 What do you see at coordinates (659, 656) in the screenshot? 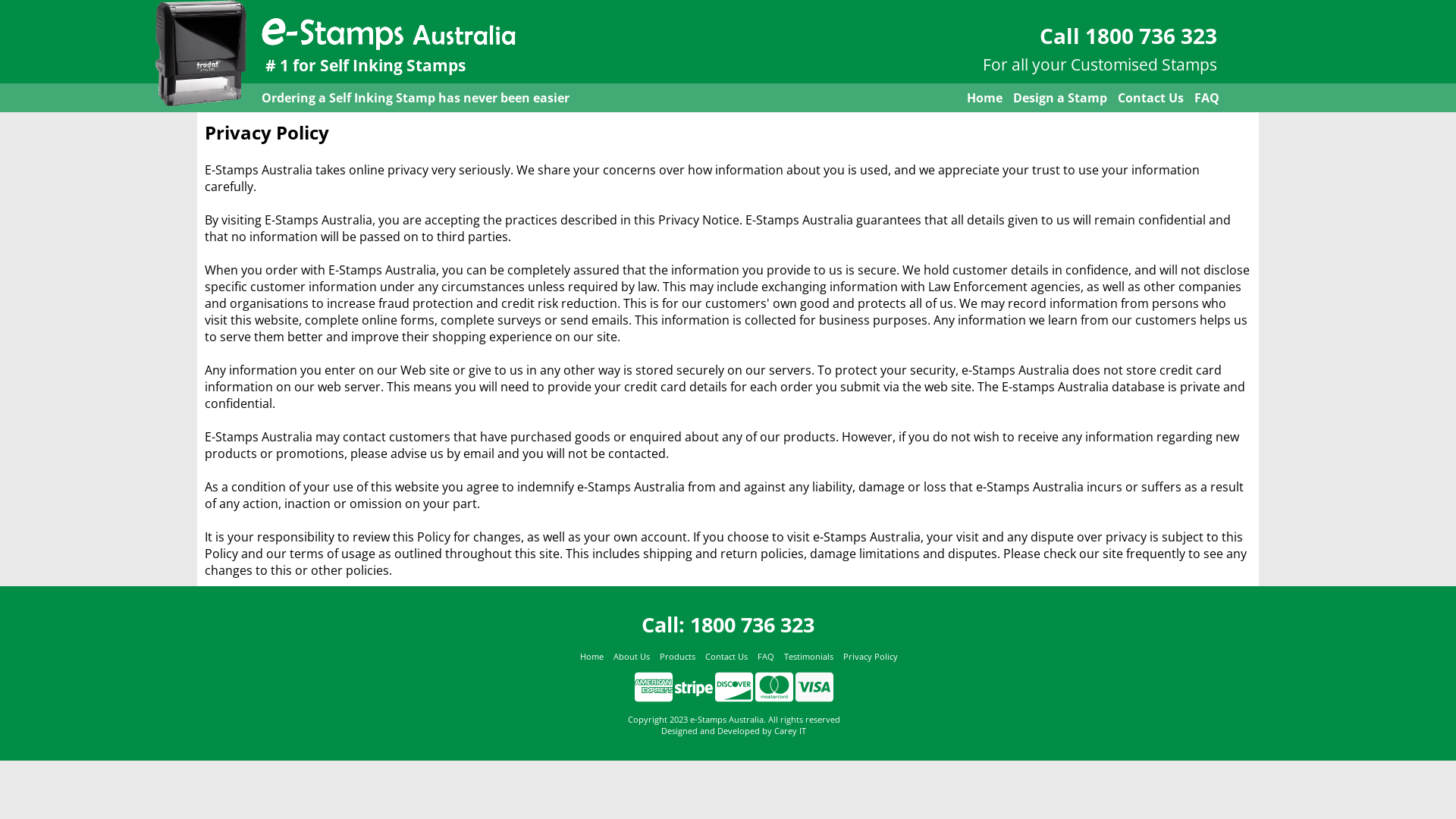
I see `'Products'` at bounding box center [659, 656].